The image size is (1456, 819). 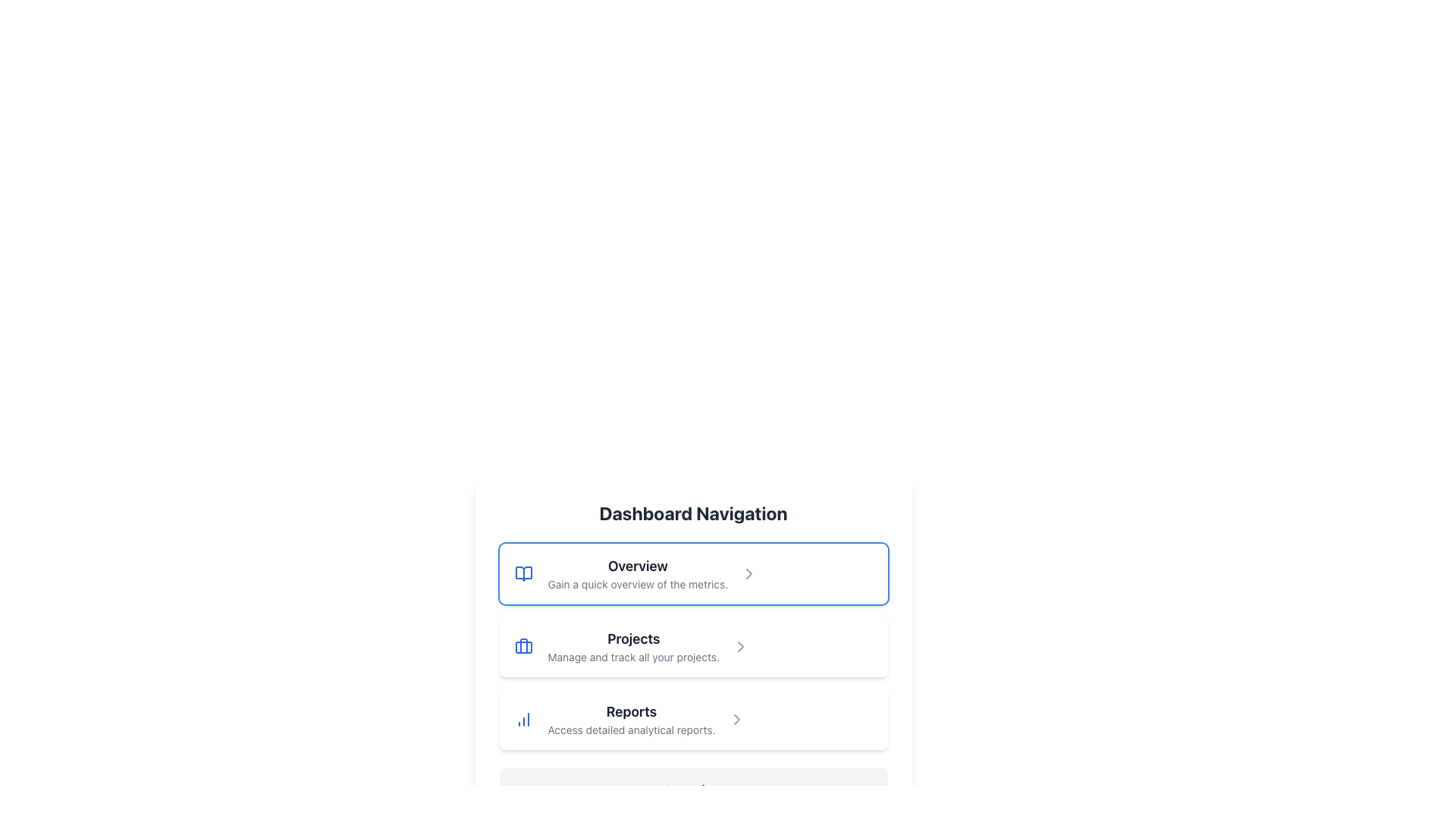 I want to click on the Text Display element that serves as a navigational header for the 'Overview' section, located centrally beneath 'Dashboard Navigation', so click(x=638, y=573).